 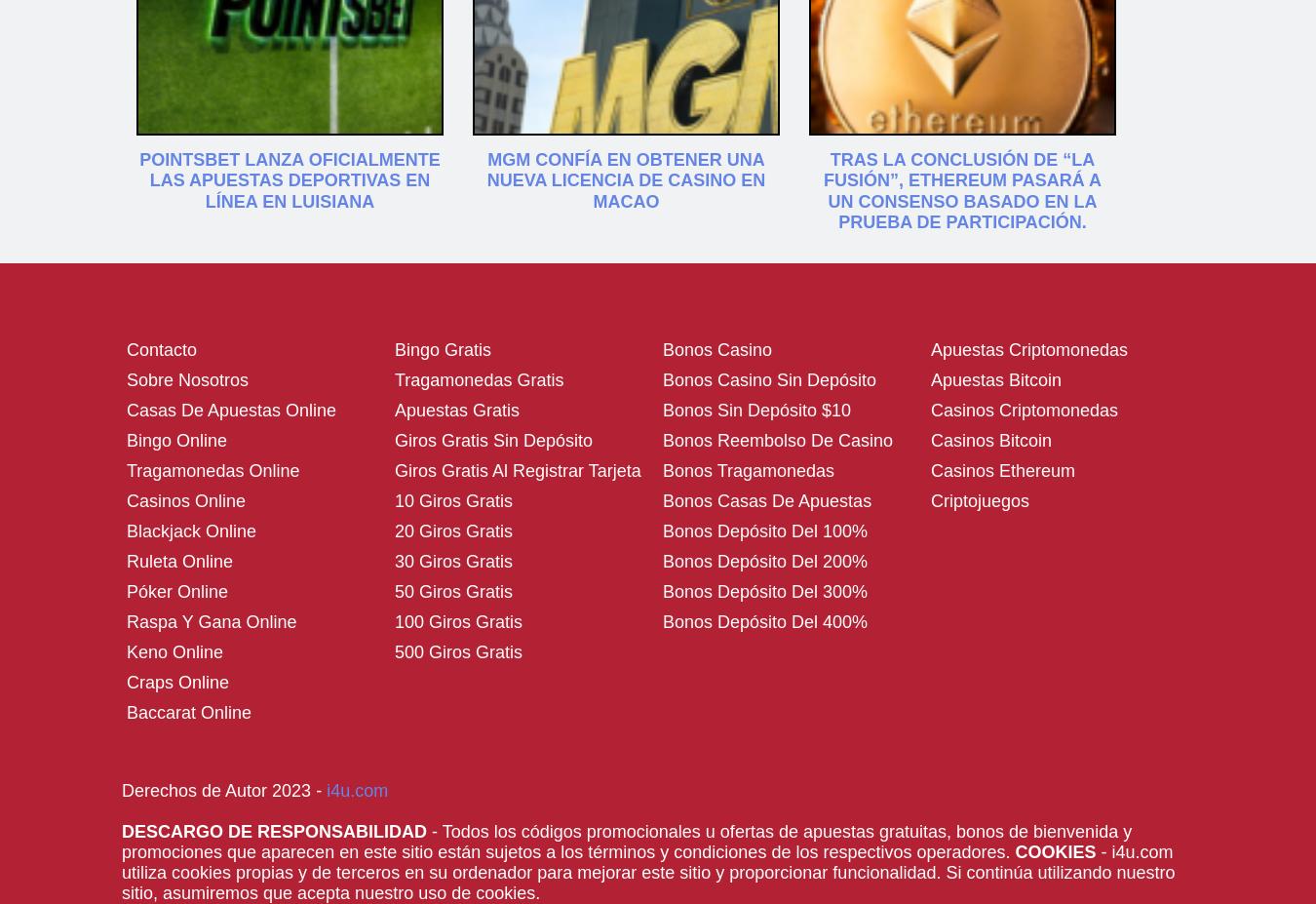 I want to click on 'Casinos Bitcoin', so click(x=990, y=438).